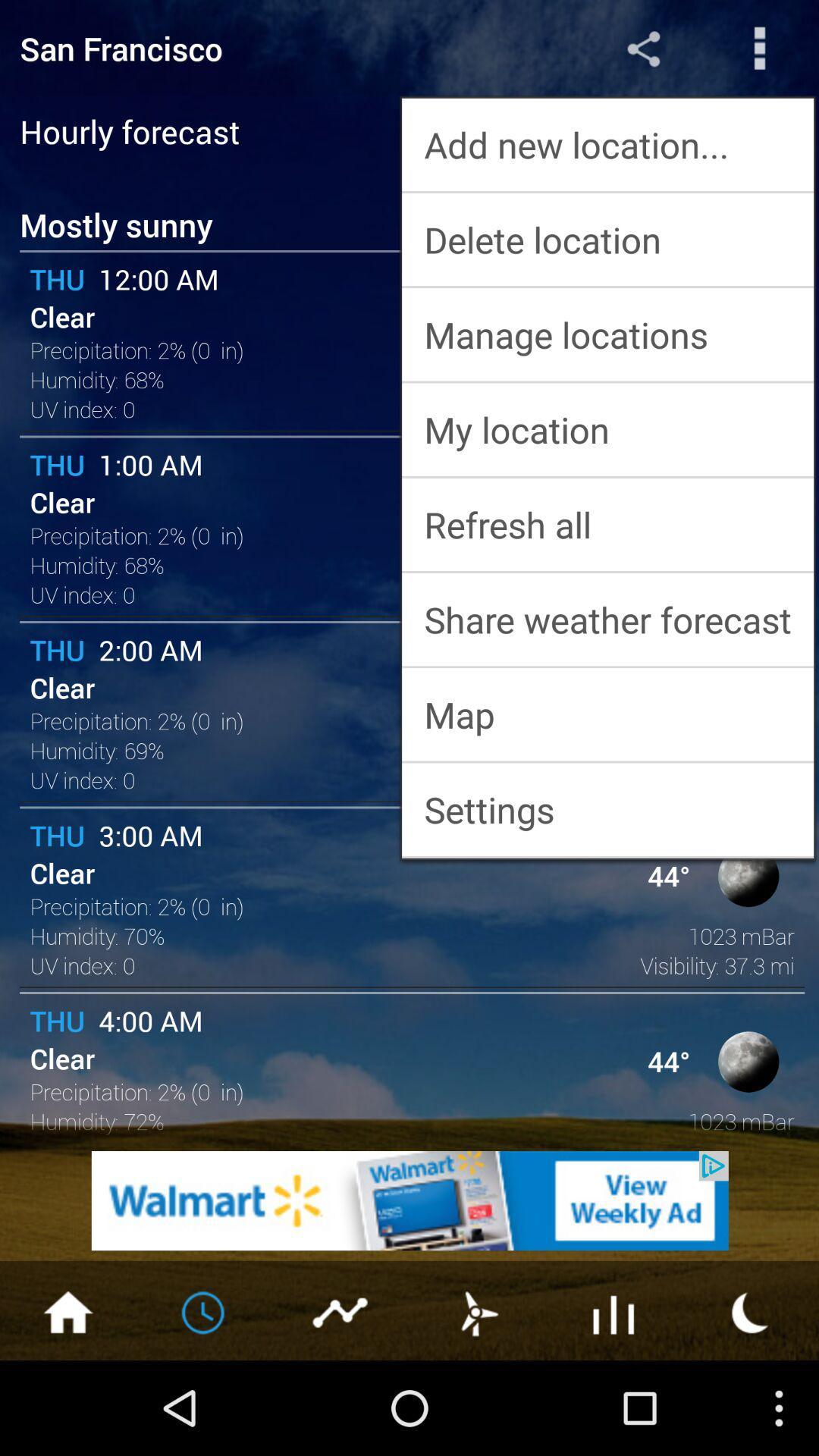 This screenshot has height=1456, width=819. I want to click on my location item, so click(607, 428).